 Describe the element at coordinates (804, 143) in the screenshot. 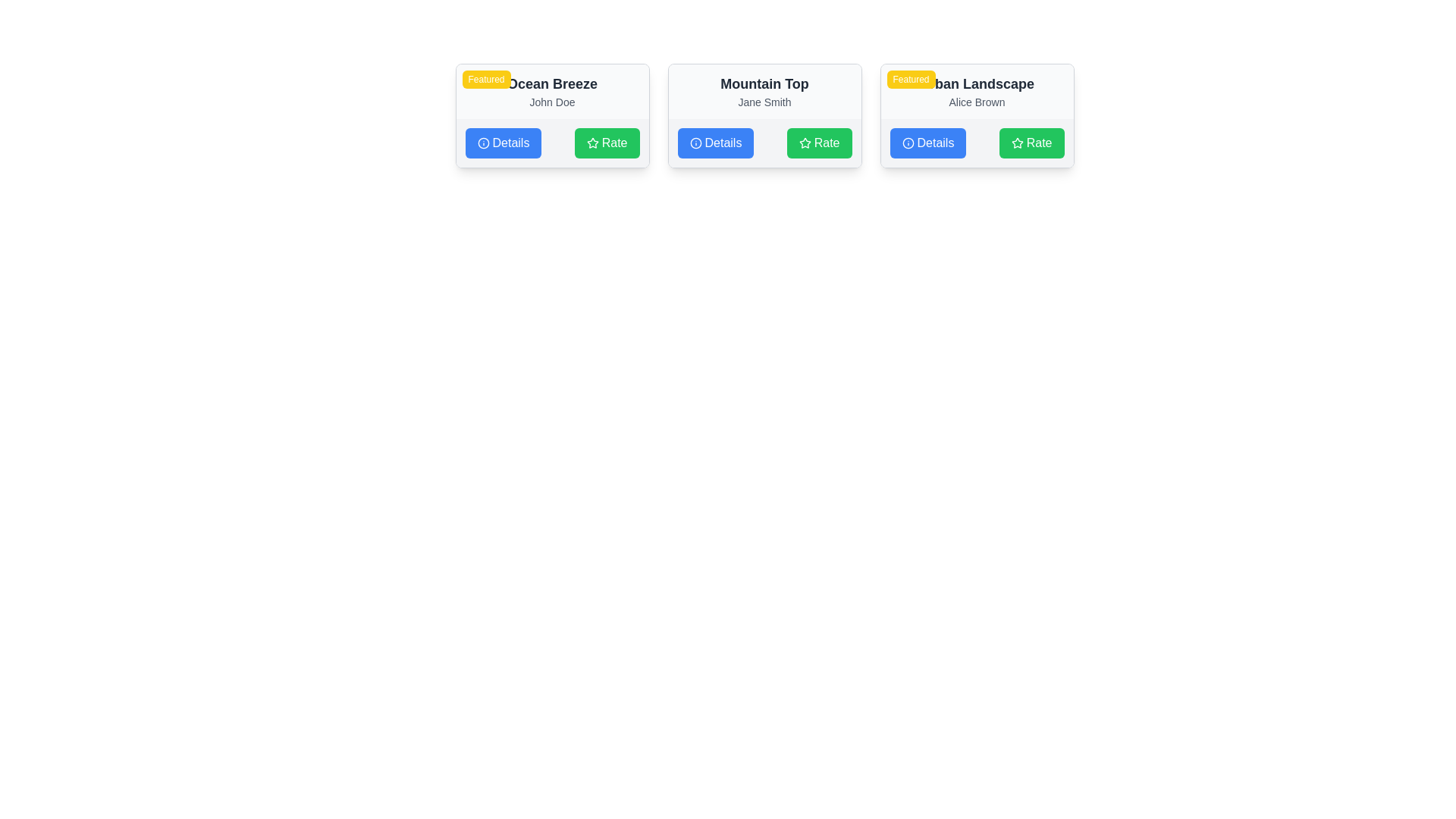

I see `the star icon within the green 'Rate' button on the second card titled 'Mountain Top'` at that location.